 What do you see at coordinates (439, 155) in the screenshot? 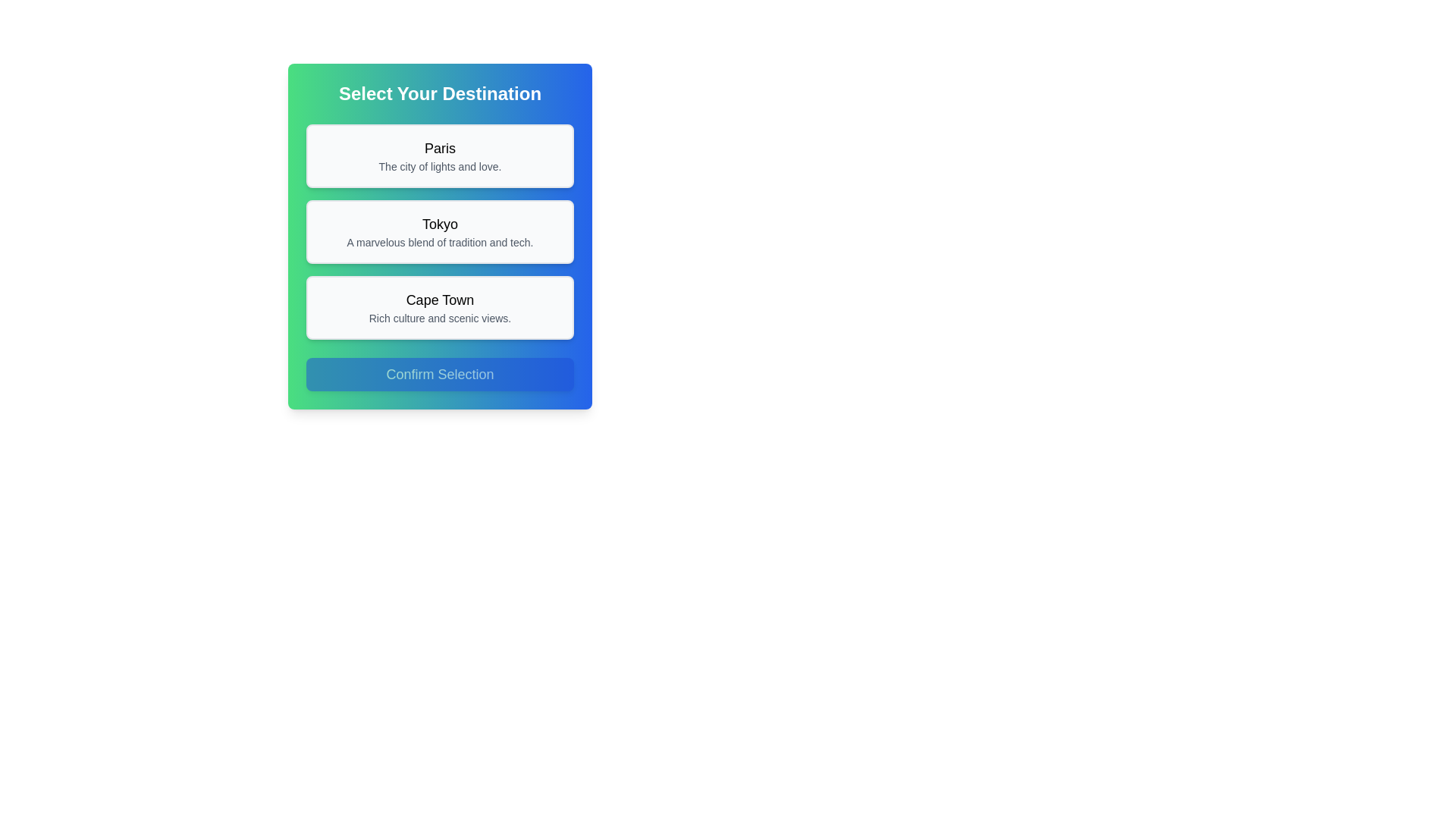
I see `text information block titled 'Paris' which contains the description 'The city of lights and love.'` at bounding box center [439, 155].